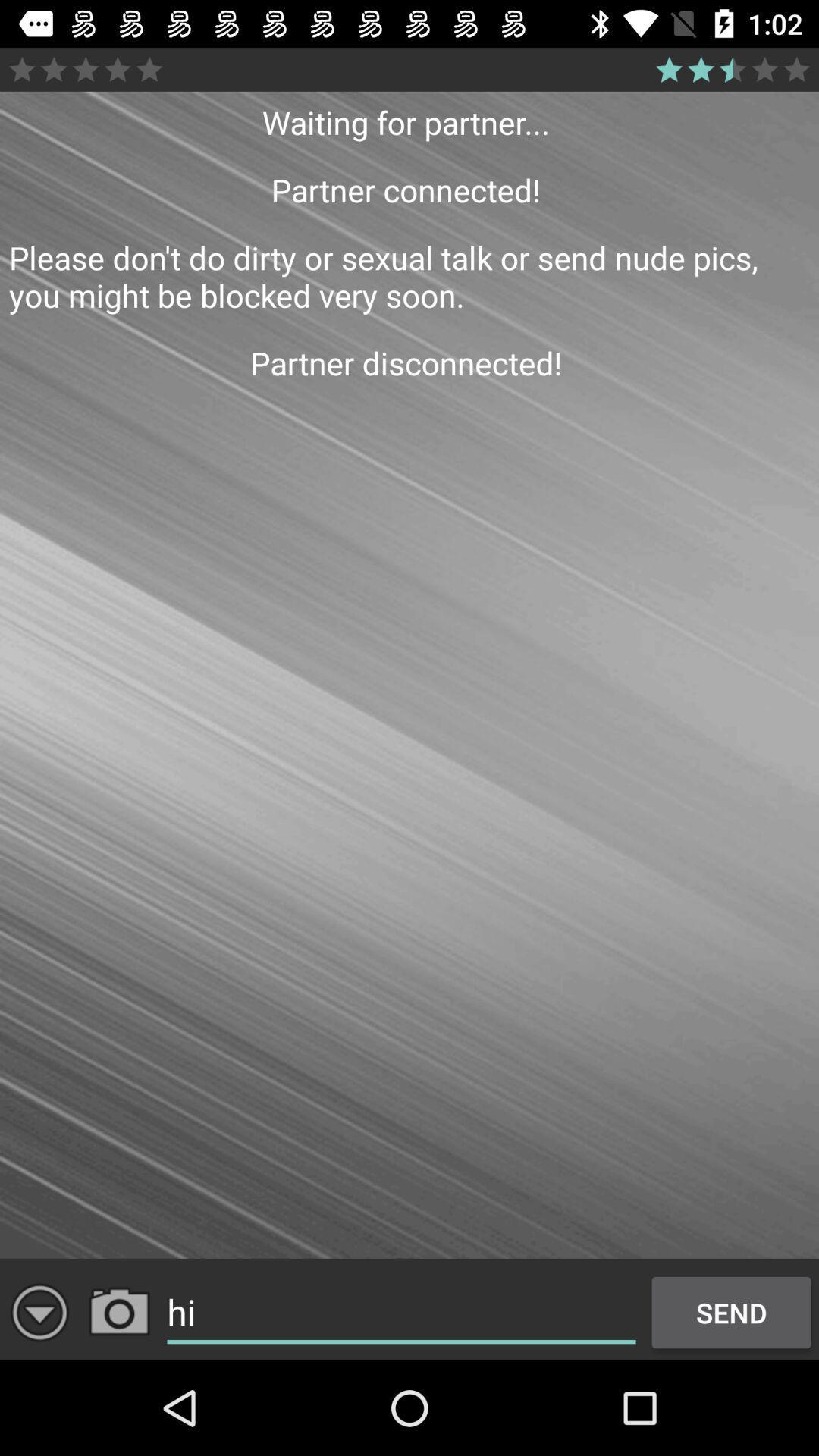 This screenshot has width=819, height=1456. What do you see at coordinates (39, 1312) in the screenshot?
I see `down arrow to open more options` at bounding box center [39, 1312].